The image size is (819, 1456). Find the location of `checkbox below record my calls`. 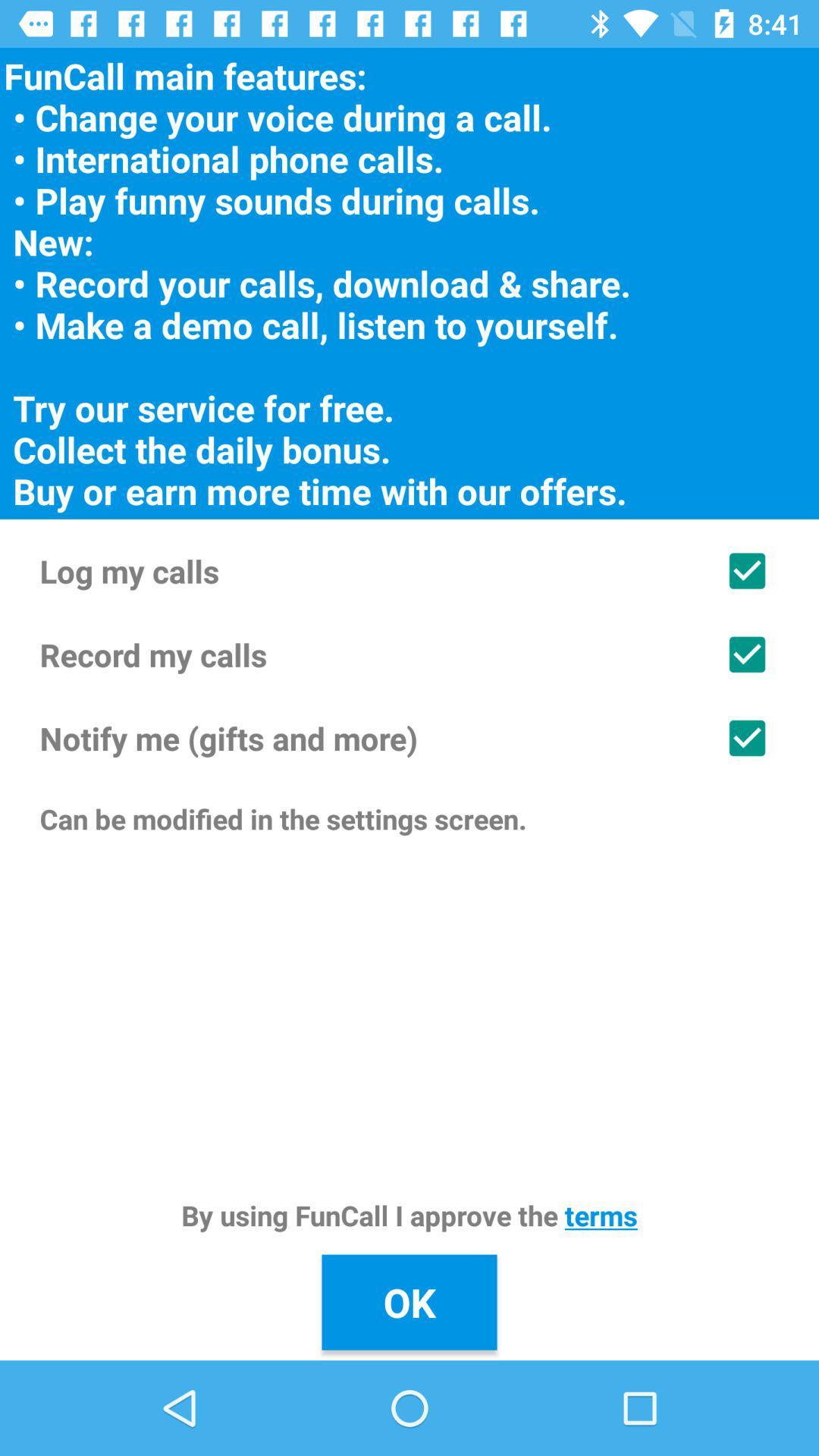

checkbox below record my calls is located at coordinates (409, 738).